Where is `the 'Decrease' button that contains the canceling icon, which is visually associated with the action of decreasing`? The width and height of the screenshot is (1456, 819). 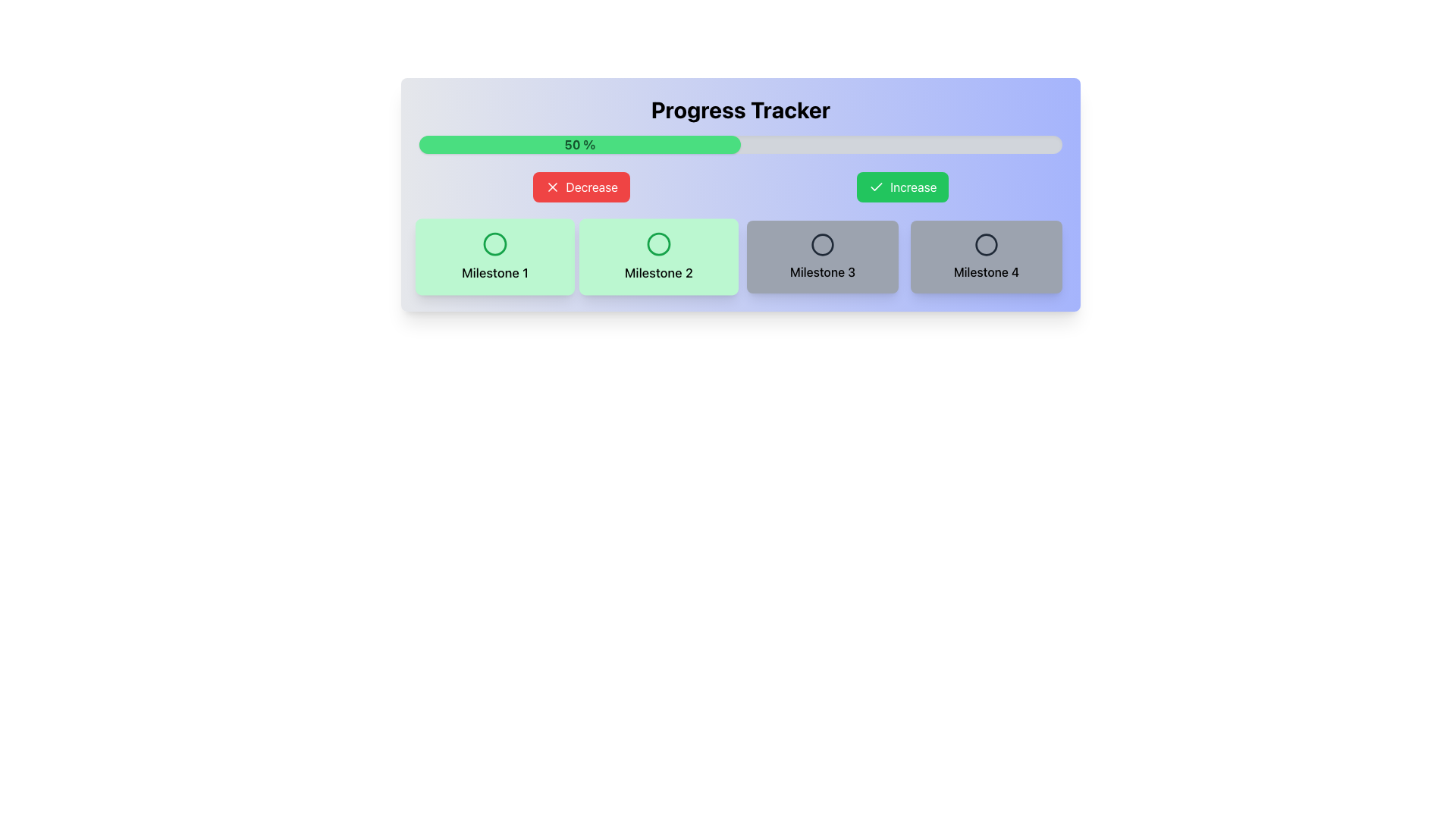 the 'Decrease' button that contains the canceling icon, which is visually associated with the action of decreasing is located at coordinates (551, 186).